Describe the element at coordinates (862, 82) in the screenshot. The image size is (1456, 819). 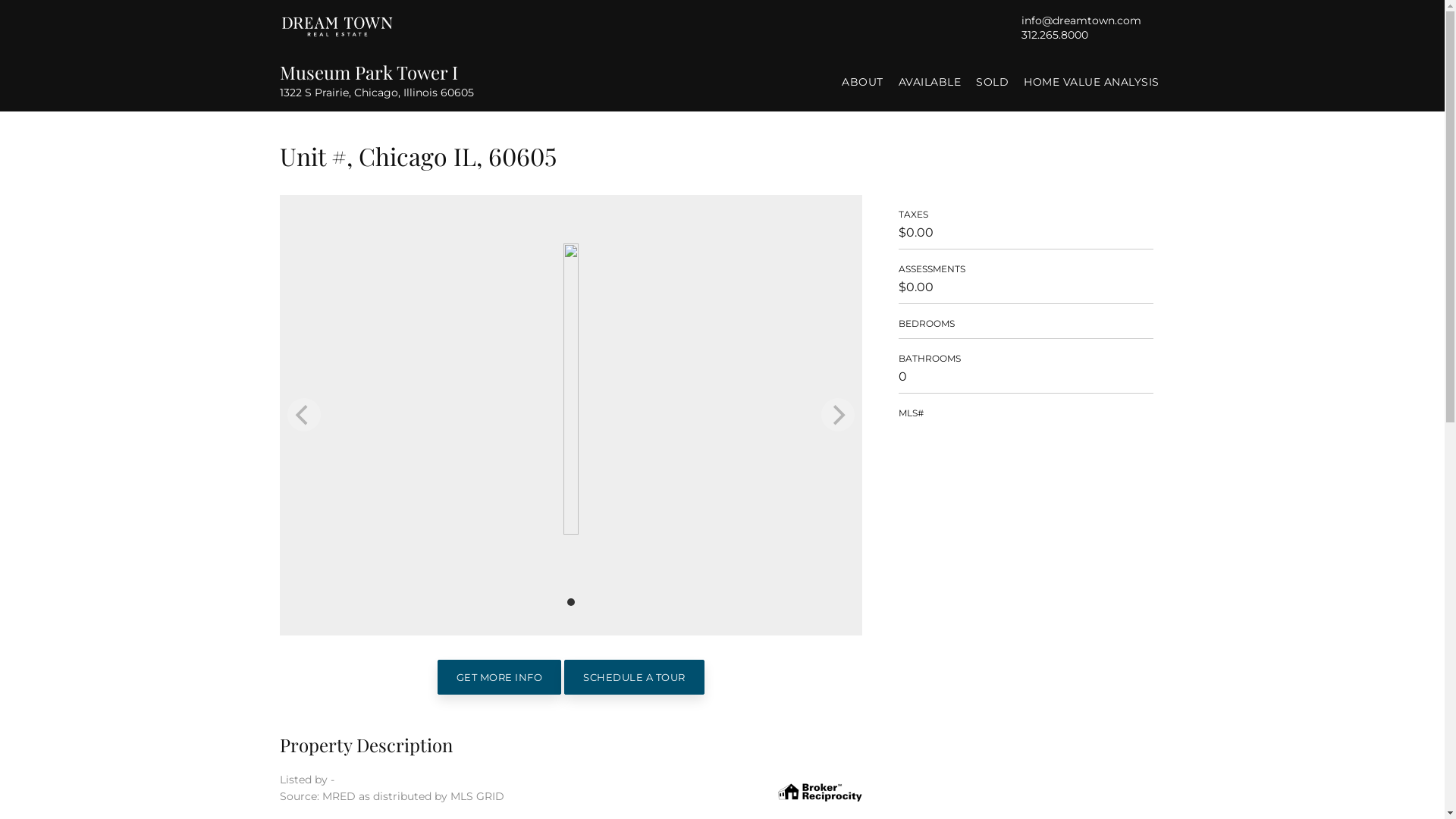
I see `'ABOUT'` at that location.